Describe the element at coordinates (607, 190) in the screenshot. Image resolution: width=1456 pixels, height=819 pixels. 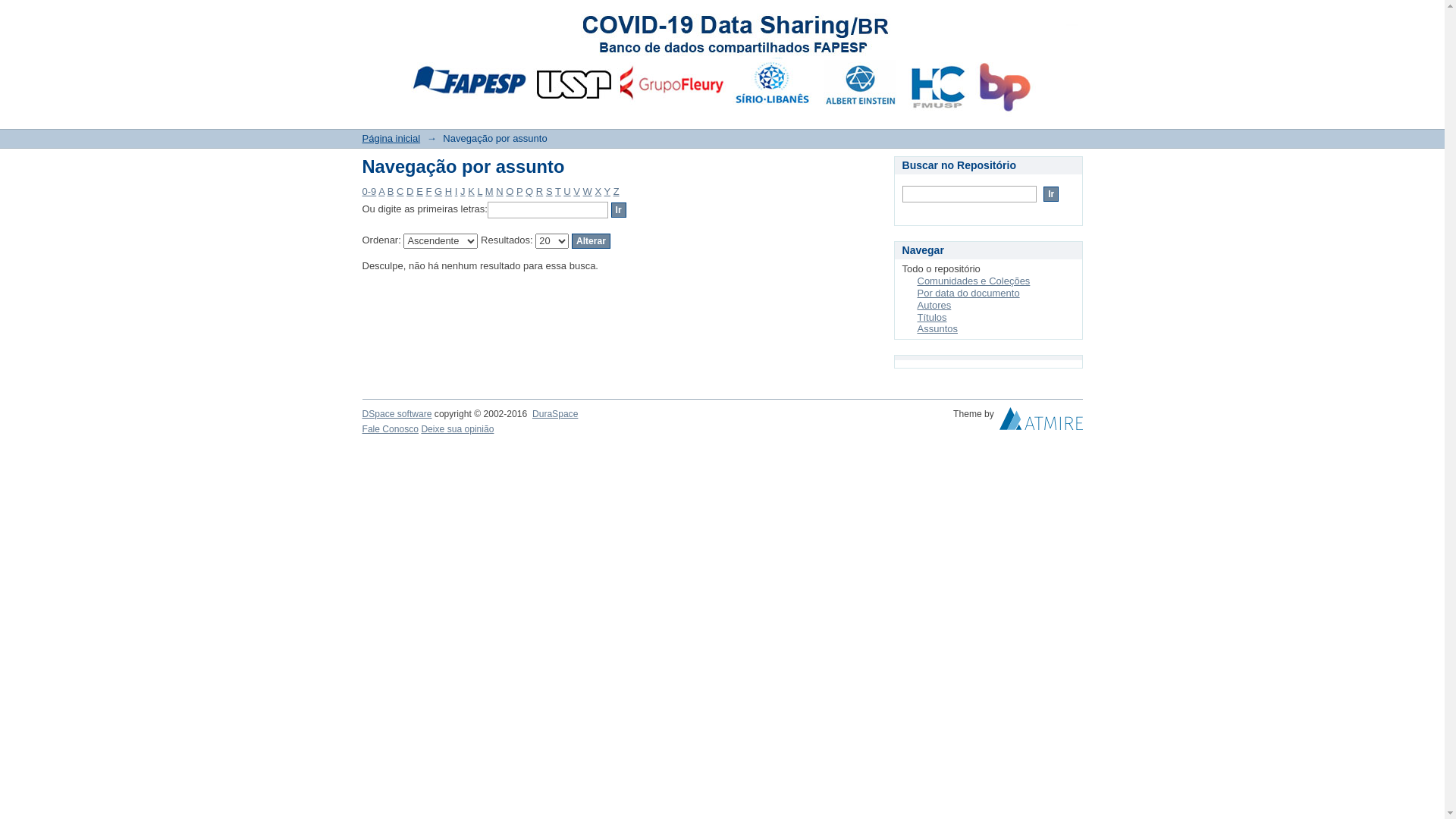
I see `'Y'` at that location.